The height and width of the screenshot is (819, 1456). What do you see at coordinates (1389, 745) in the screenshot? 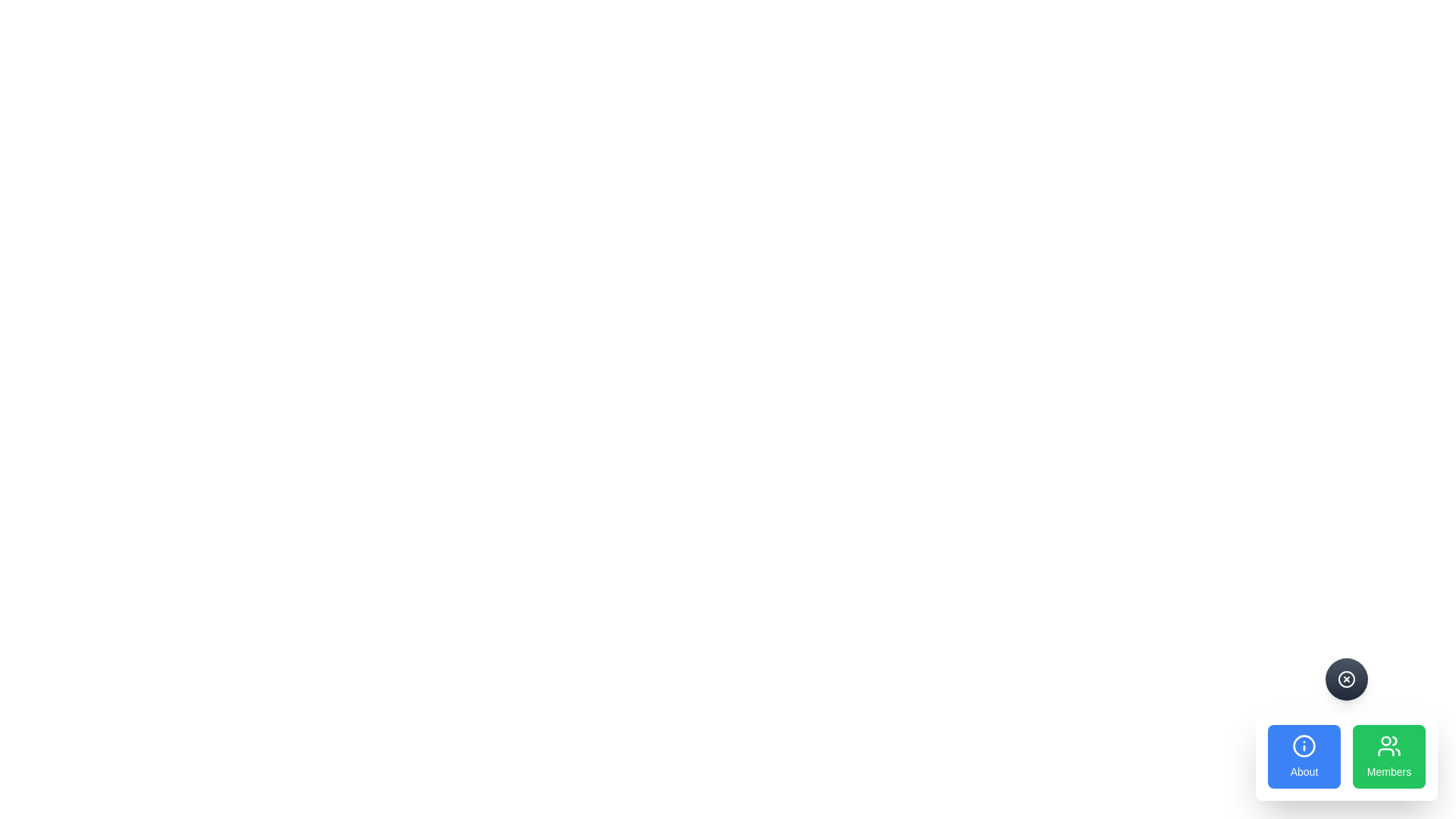
I see `the icon representing two users, which is located within the green 'Members' button` at bounding box center [1389, 745].